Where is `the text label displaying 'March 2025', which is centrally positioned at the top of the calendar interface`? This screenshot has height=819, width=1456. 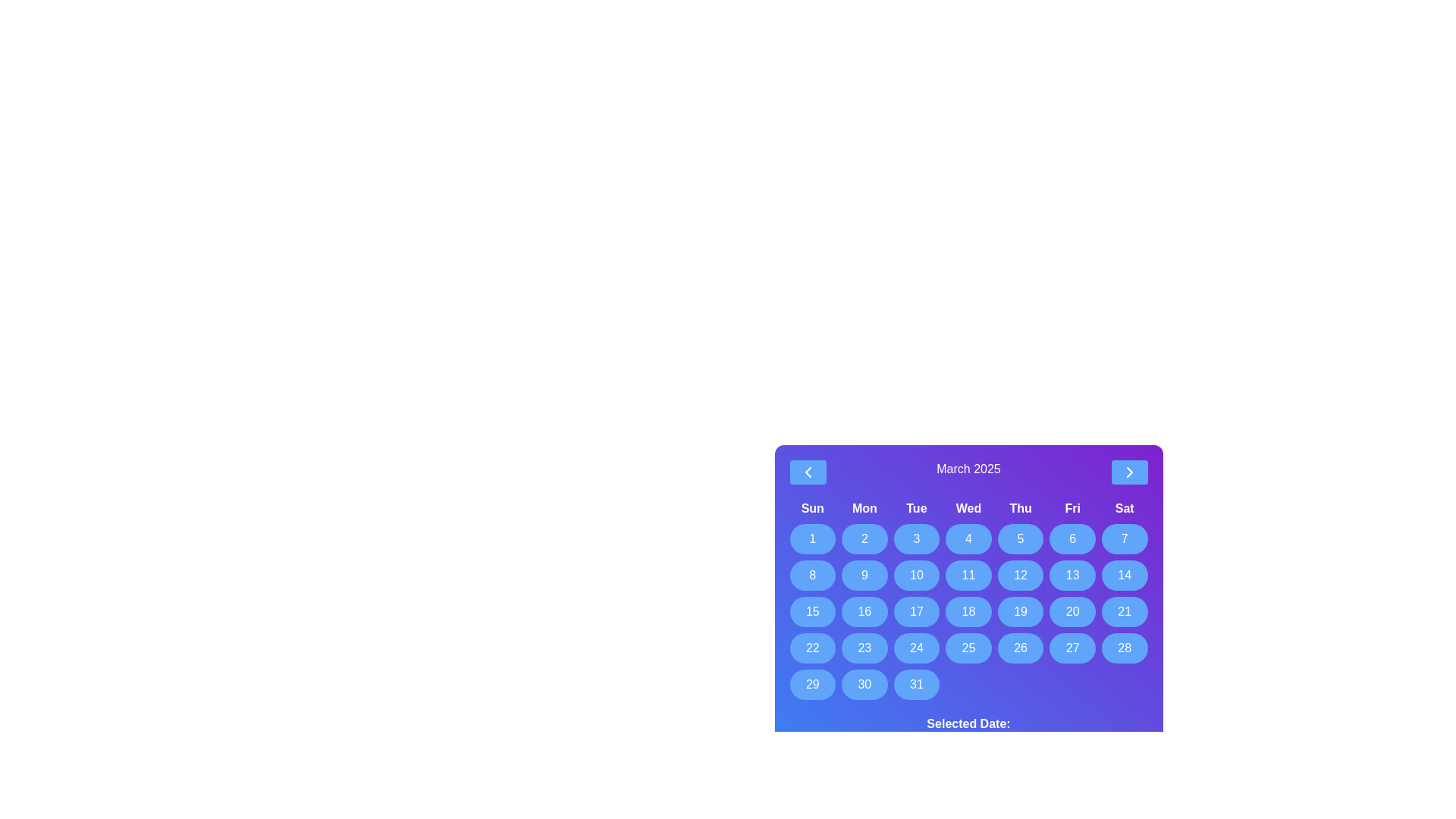
the text label displaying 'March 2025', which is centrally positioned at the top of the calendar interface is located at coordinates (968, 472).